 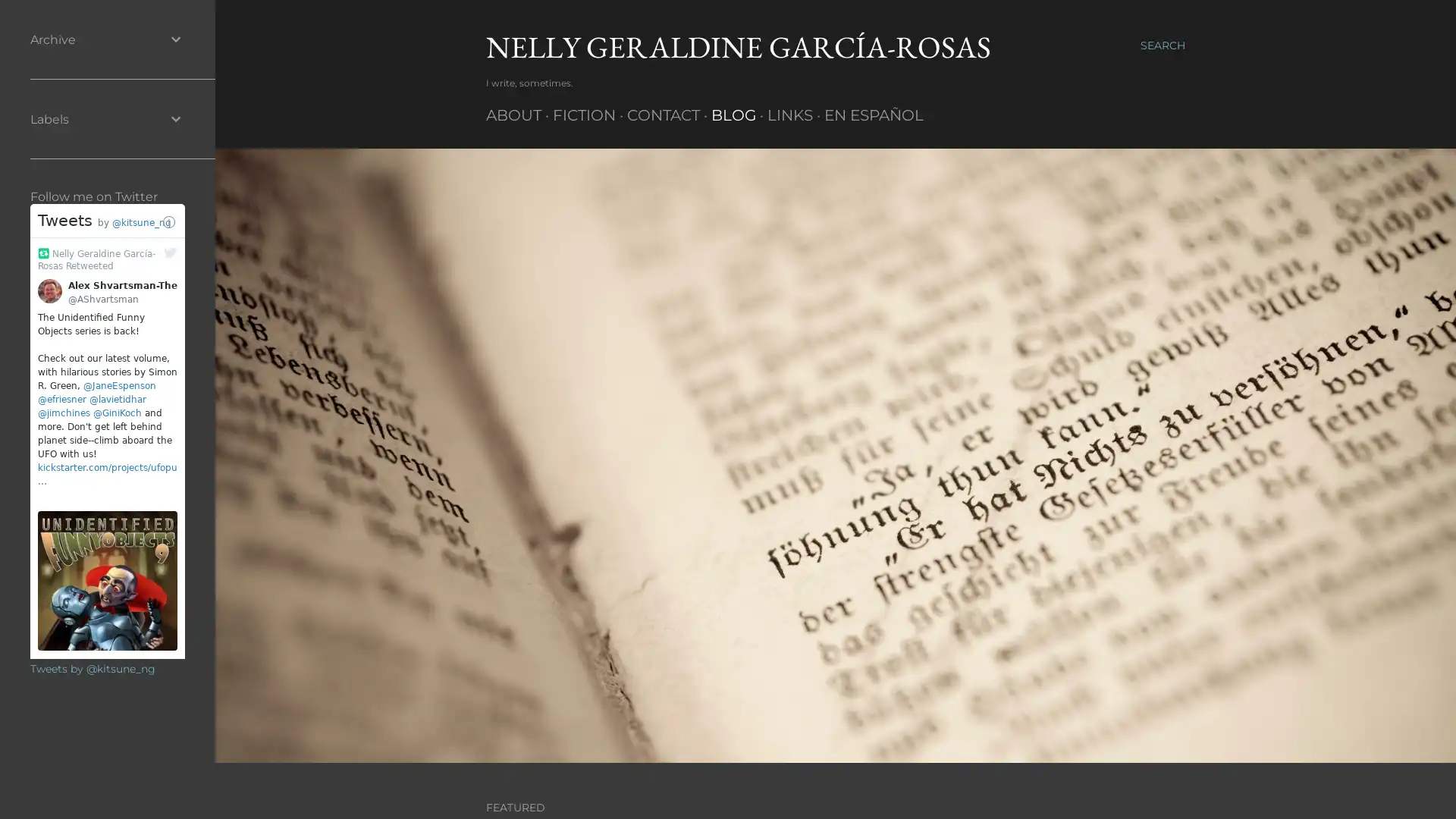 I want to click on Search, so click(x=1162, y=45).